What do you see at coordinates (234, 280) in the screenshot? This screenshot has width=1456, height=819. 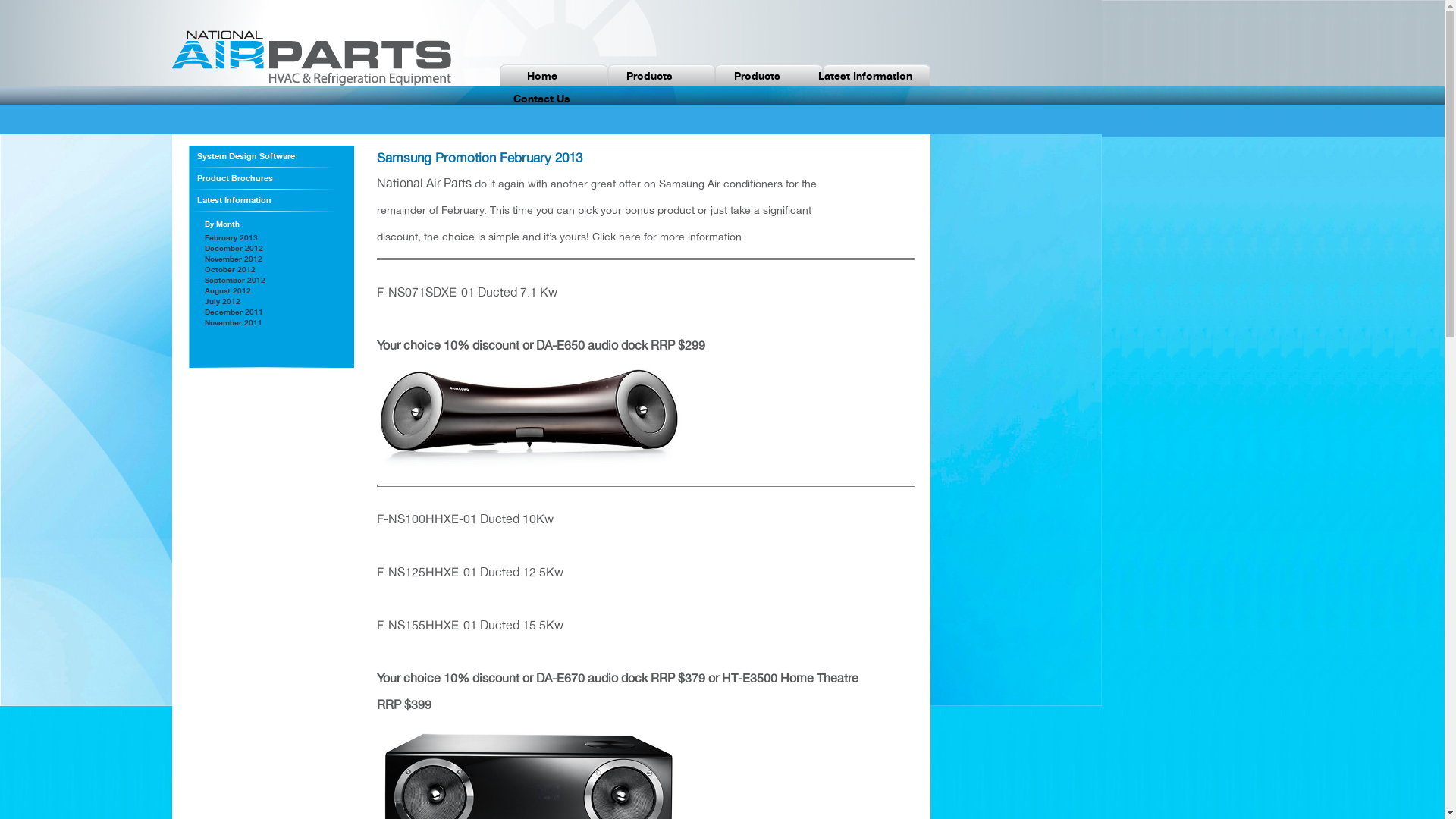 I see `'September 2012'` at bounding box center [234, 280].